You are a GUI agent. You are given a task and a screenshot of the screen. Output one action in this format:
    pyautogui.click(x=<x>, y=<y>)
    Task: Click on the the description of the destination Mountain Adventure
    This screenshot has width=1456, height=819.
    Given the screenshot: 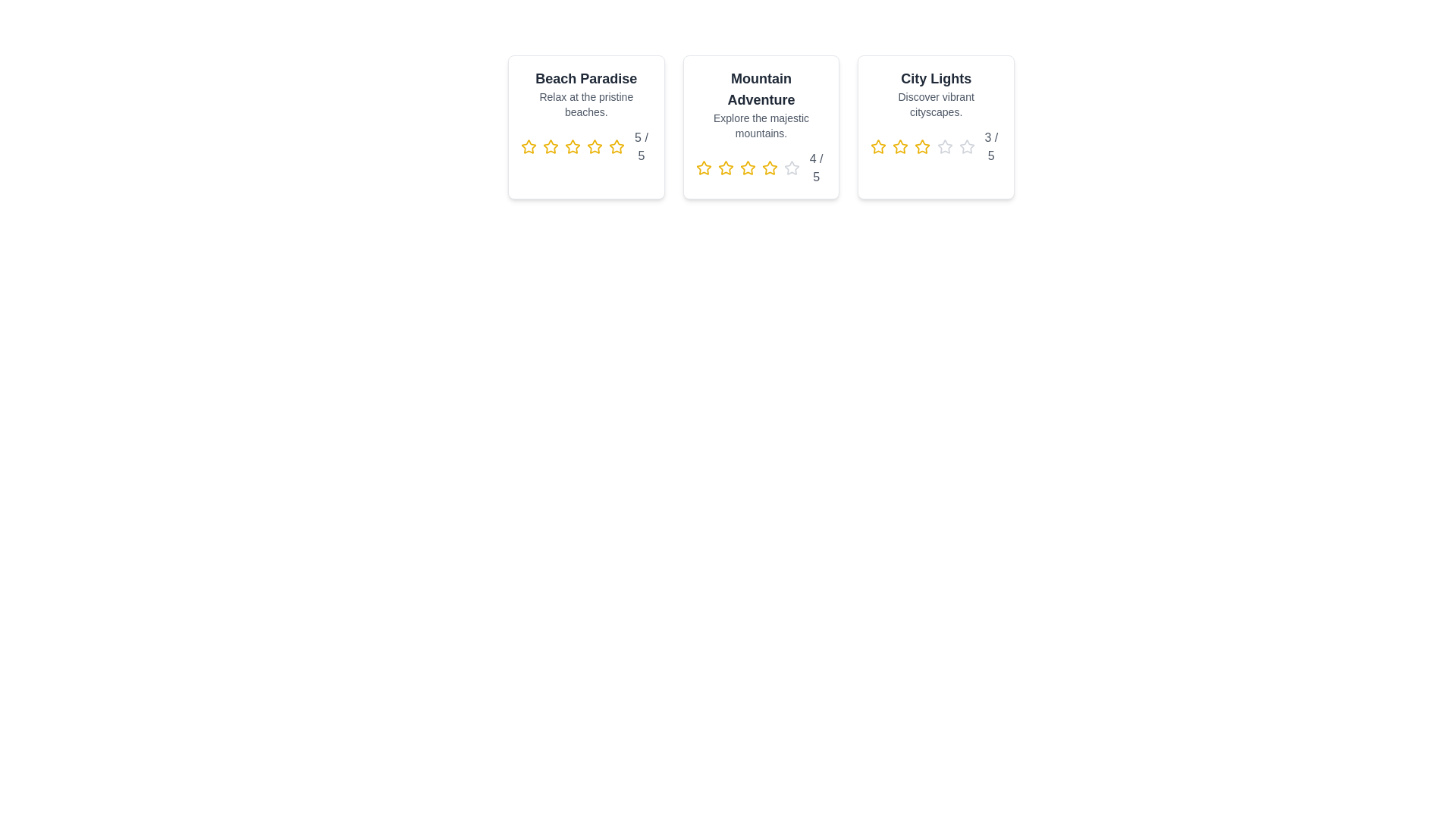 What is the action you would take?
    pyautogui.click(x=761, y=124)
    